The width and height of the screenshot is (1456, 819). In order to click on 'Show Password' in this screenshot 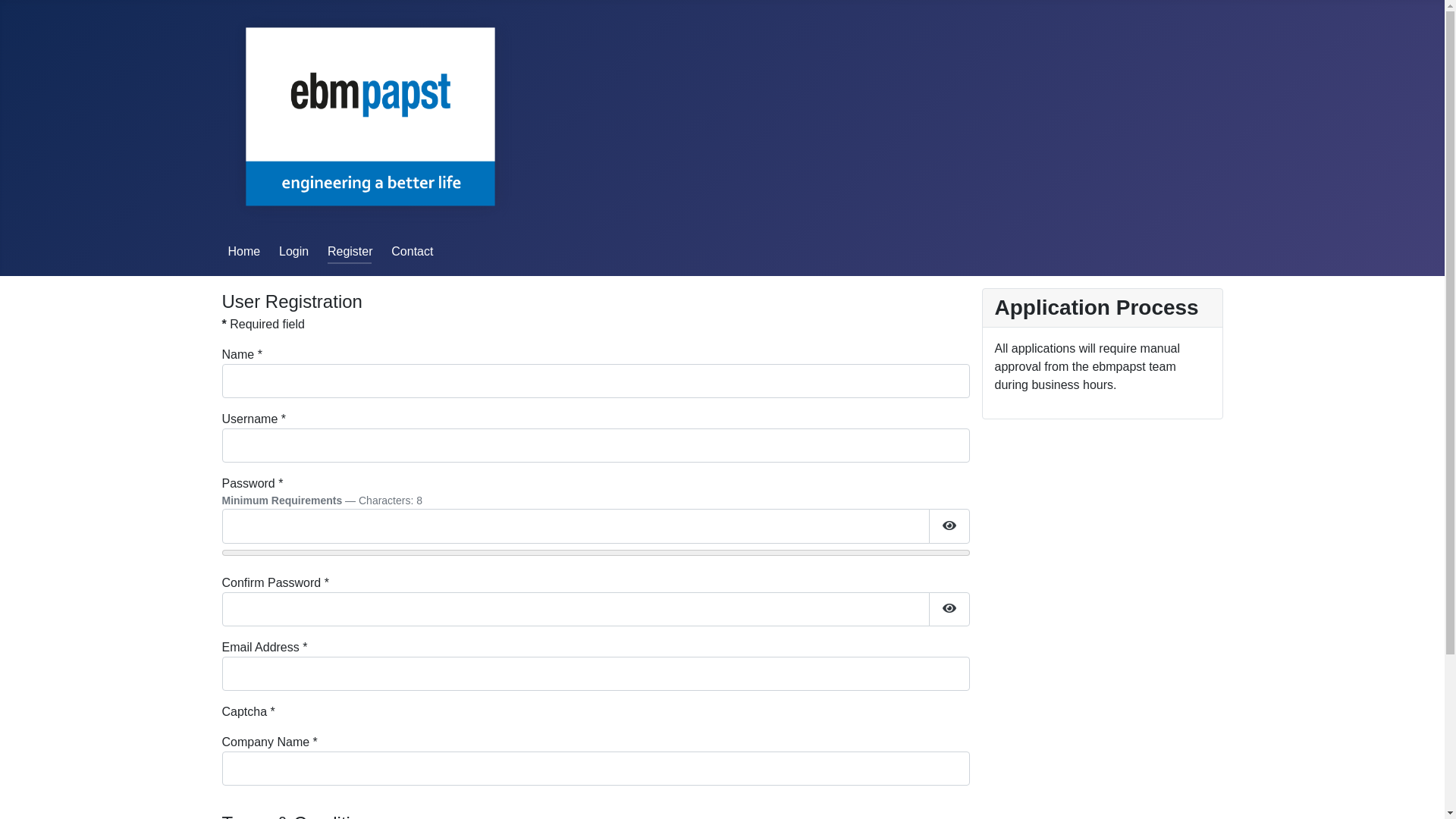, I will do `click(948, 525)`.